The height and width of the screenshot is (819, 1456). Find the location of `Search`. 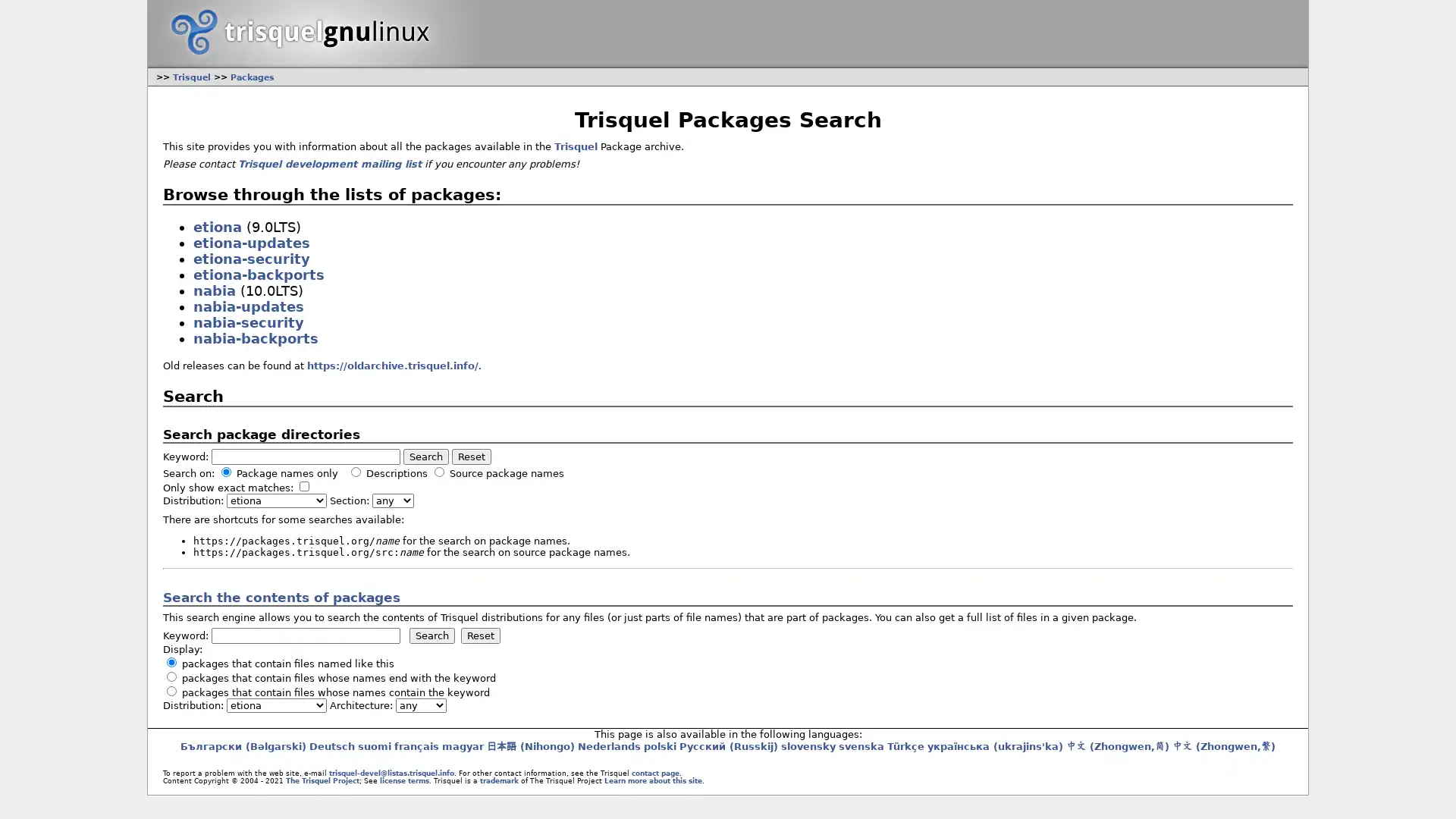

Search is located at coordinates (431, 635).